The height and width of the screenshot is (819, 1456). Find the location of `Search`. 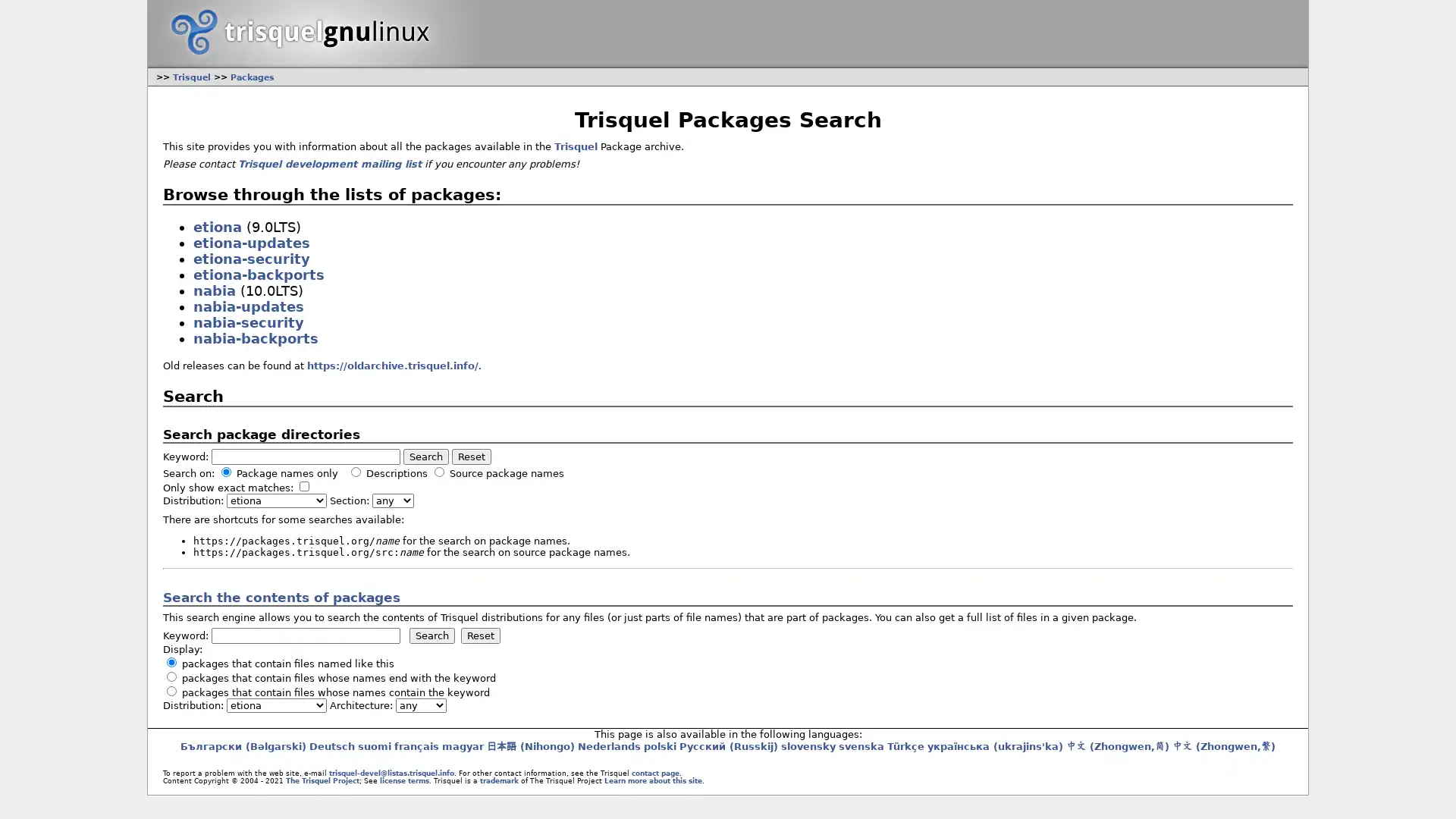

Search is located at coordinates (431, 635).